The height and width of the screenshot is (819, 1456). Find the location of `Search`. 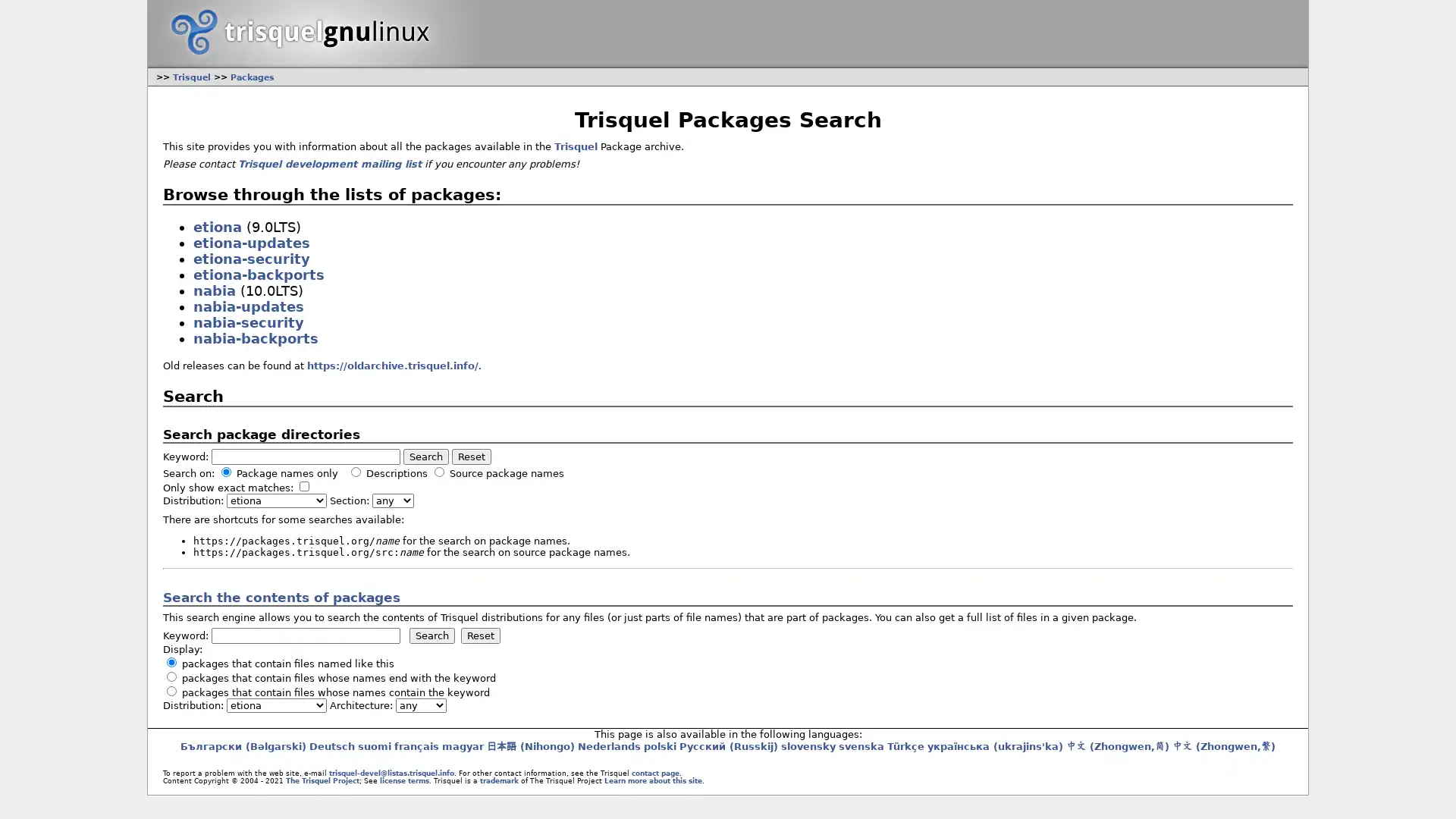

Search is located at coordinates (431, 635).